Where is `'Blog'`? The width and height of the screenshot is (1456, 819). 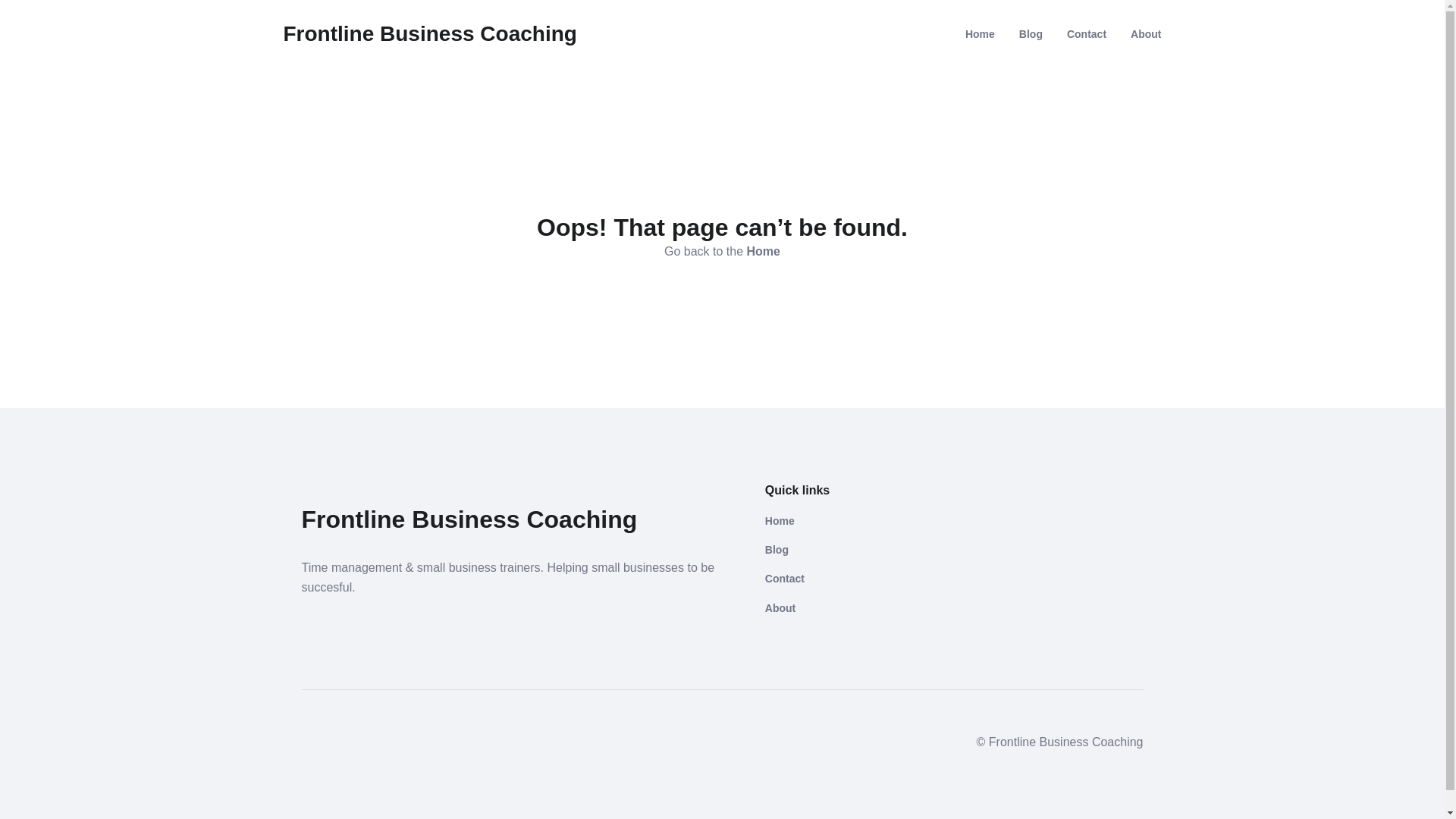 'Blog' is located at coordinates (1031, 34).